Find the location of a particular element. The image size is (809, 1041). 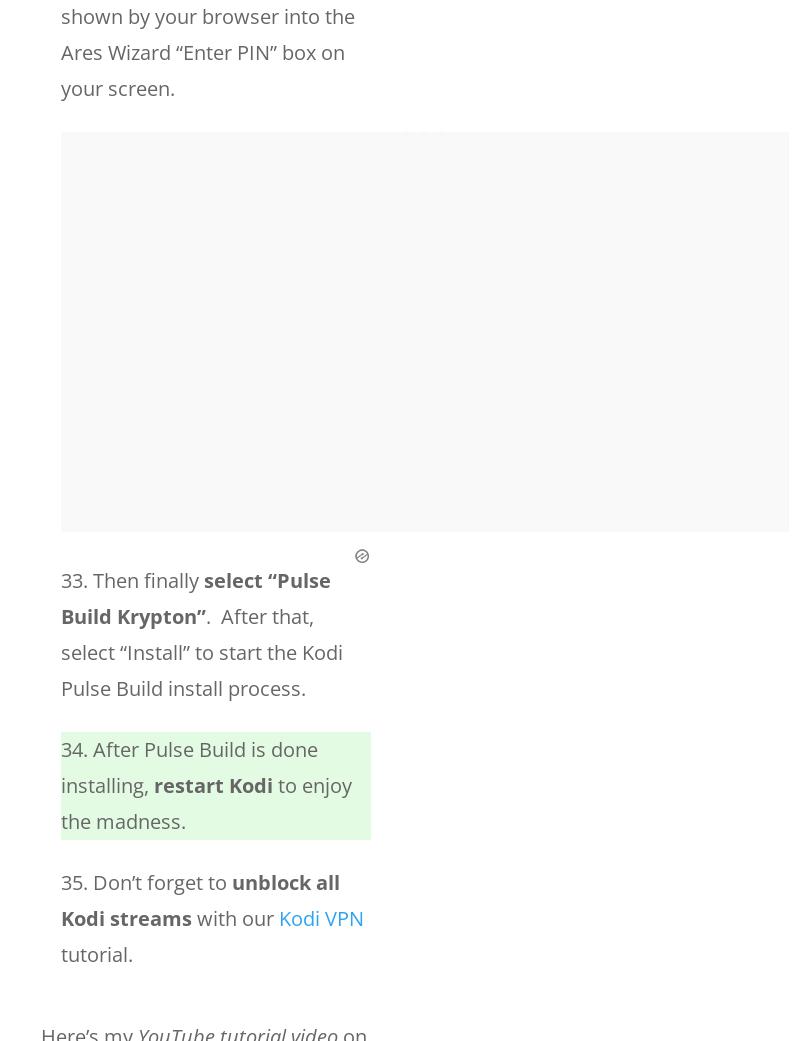

'After Pulse Build is done installing,' is located at coordinates (60, 767).